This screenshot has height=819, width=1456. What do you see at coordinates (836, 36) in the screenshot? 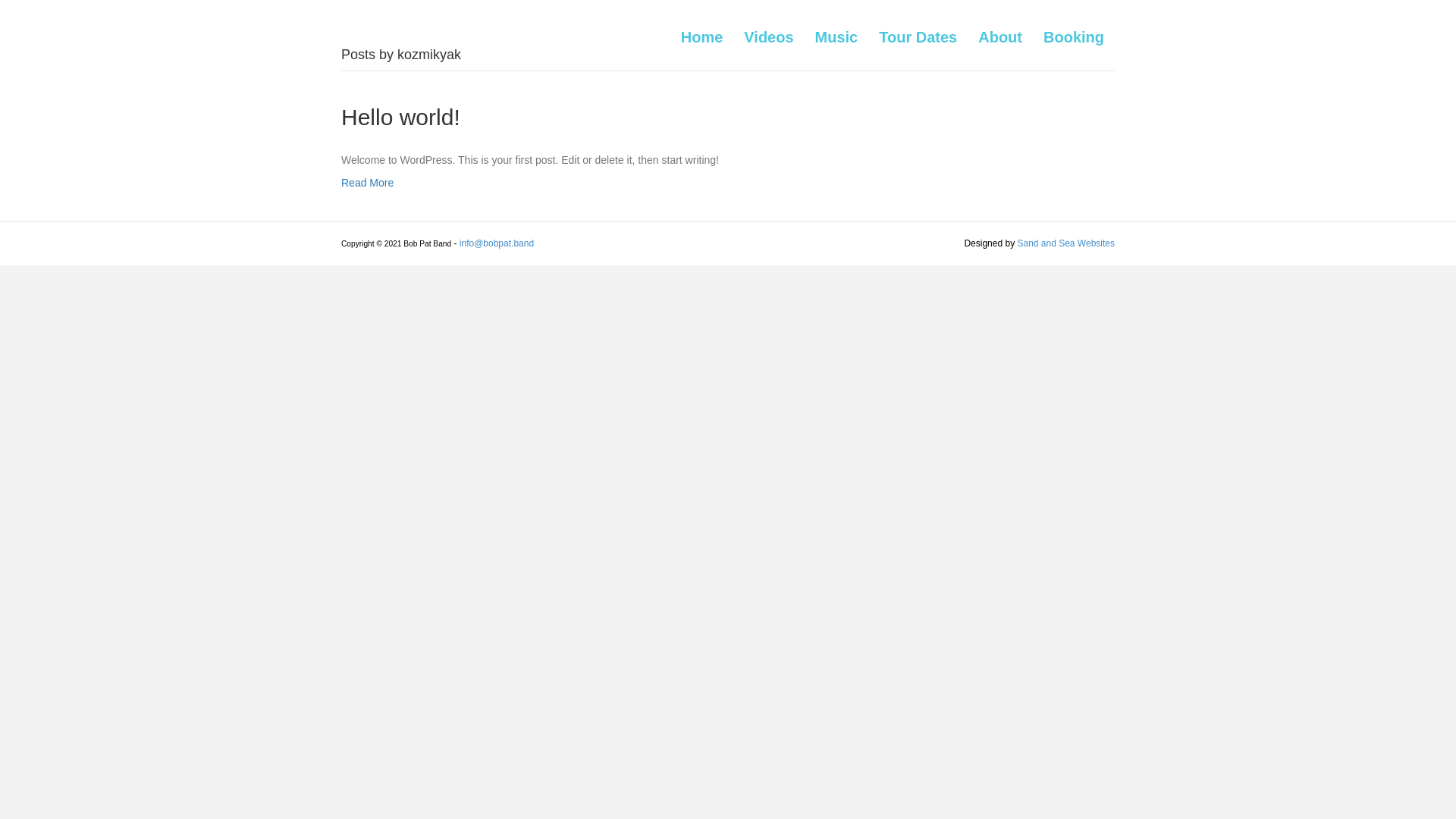
I see `'Music'` at bounding box center [836, 36].